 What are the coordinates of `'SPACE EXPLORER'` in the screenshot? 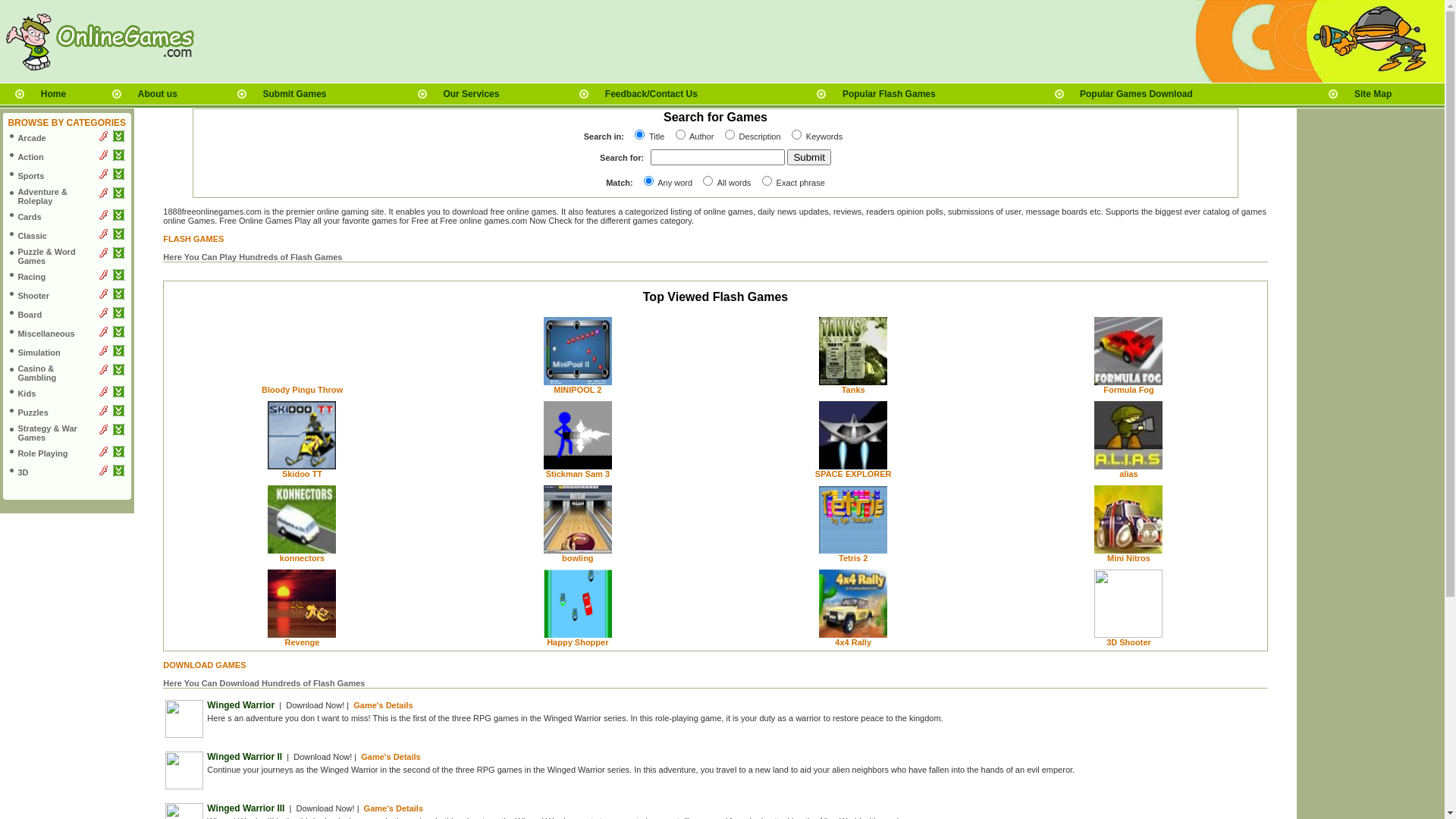 It's located at (853, 472).